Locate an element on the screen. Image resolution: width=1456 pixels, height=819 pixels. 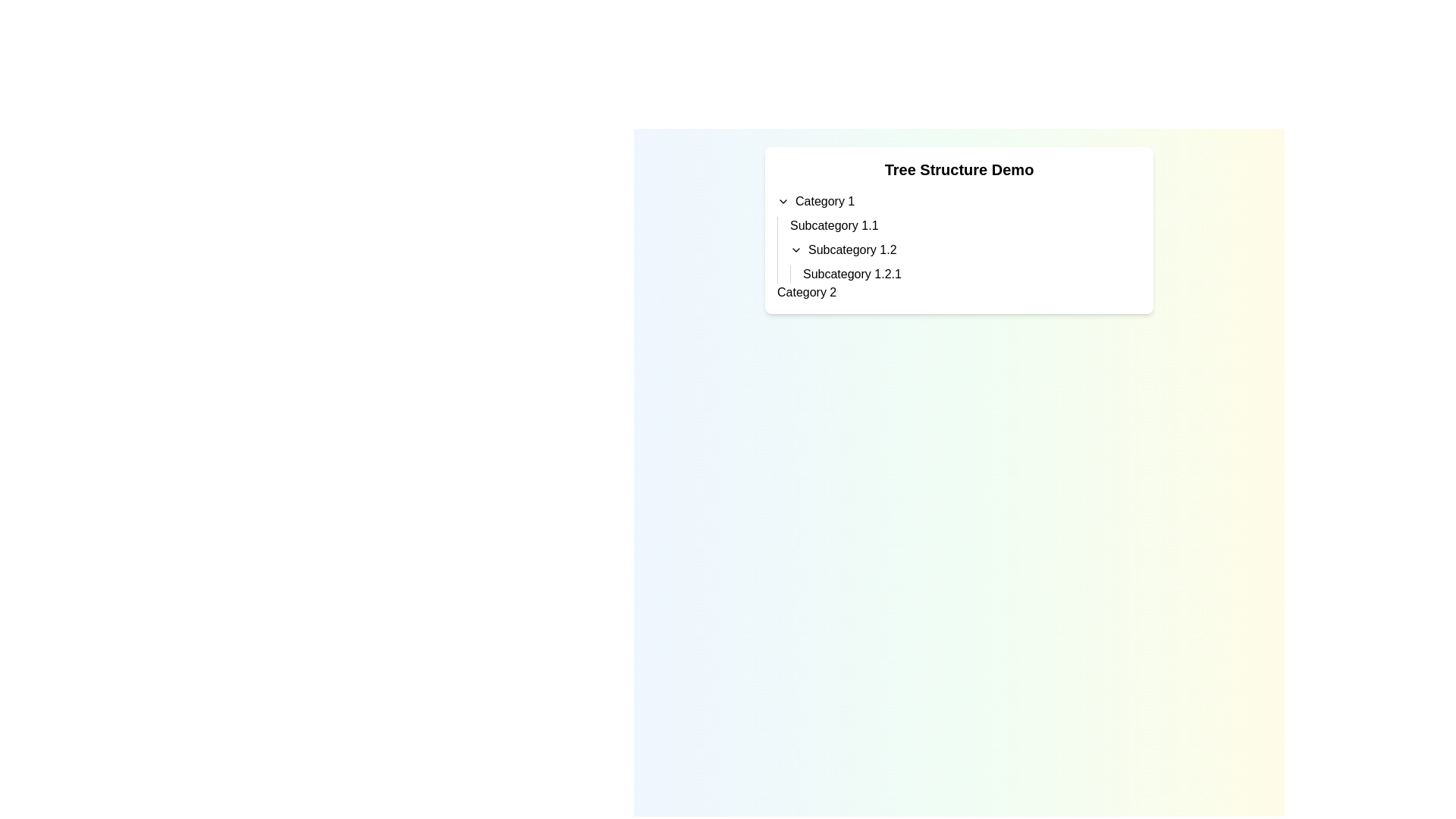
the collapsible list item labeled 'Subcategory 1.2' to navigate the menu structure is located at coordinates (965, 249).